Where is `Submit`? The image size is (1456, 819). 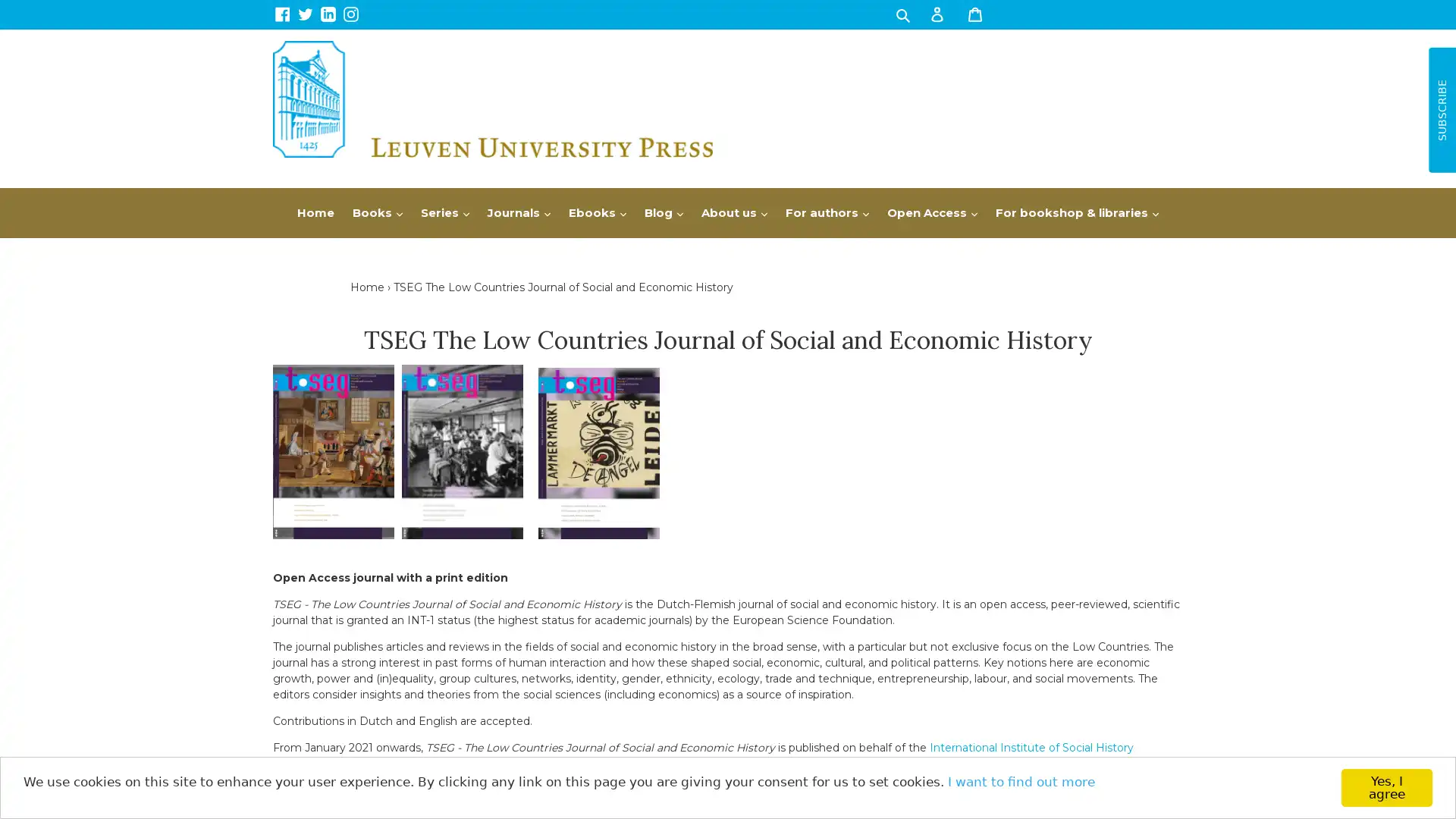
Submit is located at coordinates (901, 14).